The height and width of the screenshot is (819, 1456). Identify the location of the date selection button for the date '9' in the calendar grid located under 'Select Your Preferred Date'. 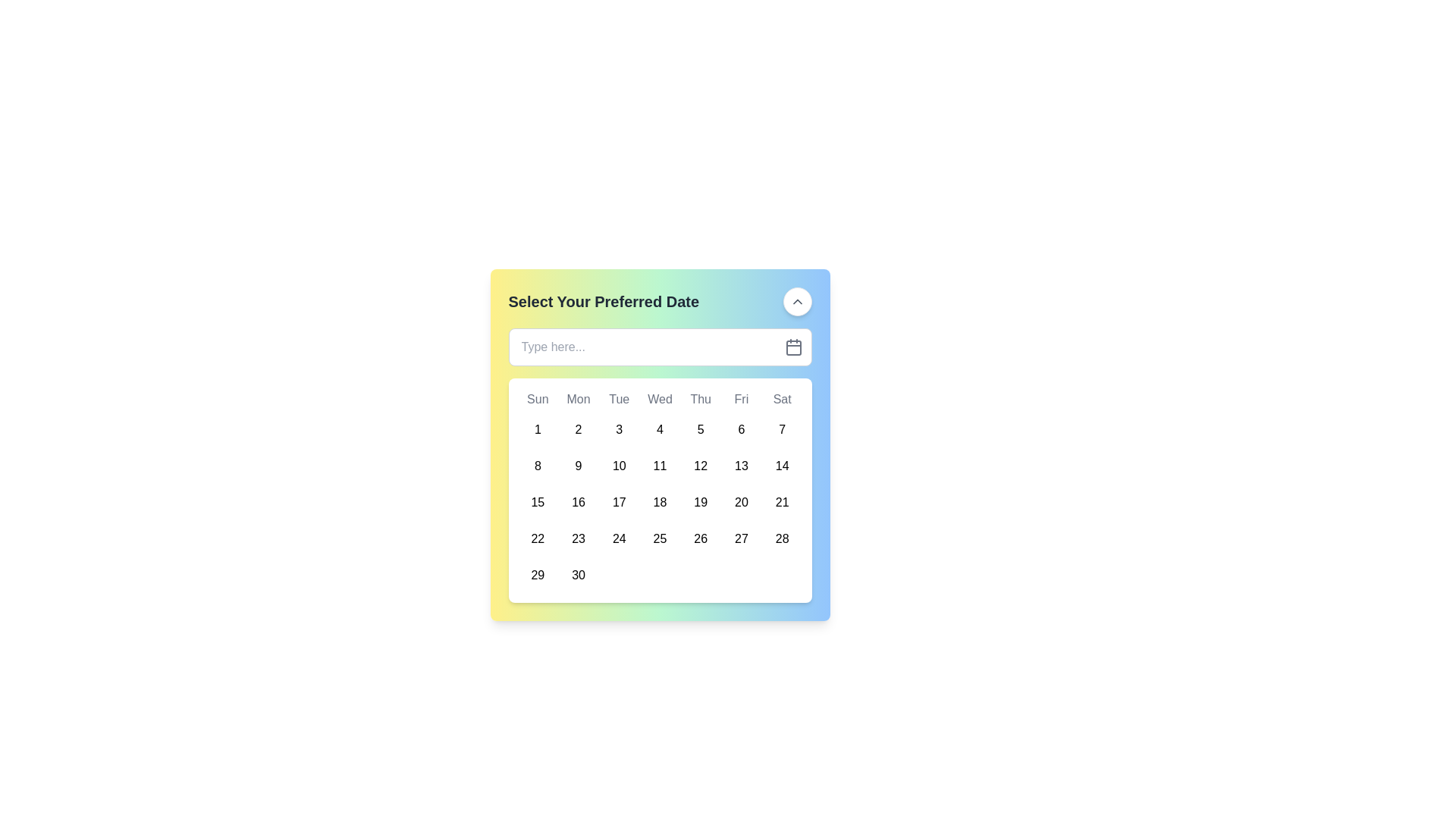
(578, 465).